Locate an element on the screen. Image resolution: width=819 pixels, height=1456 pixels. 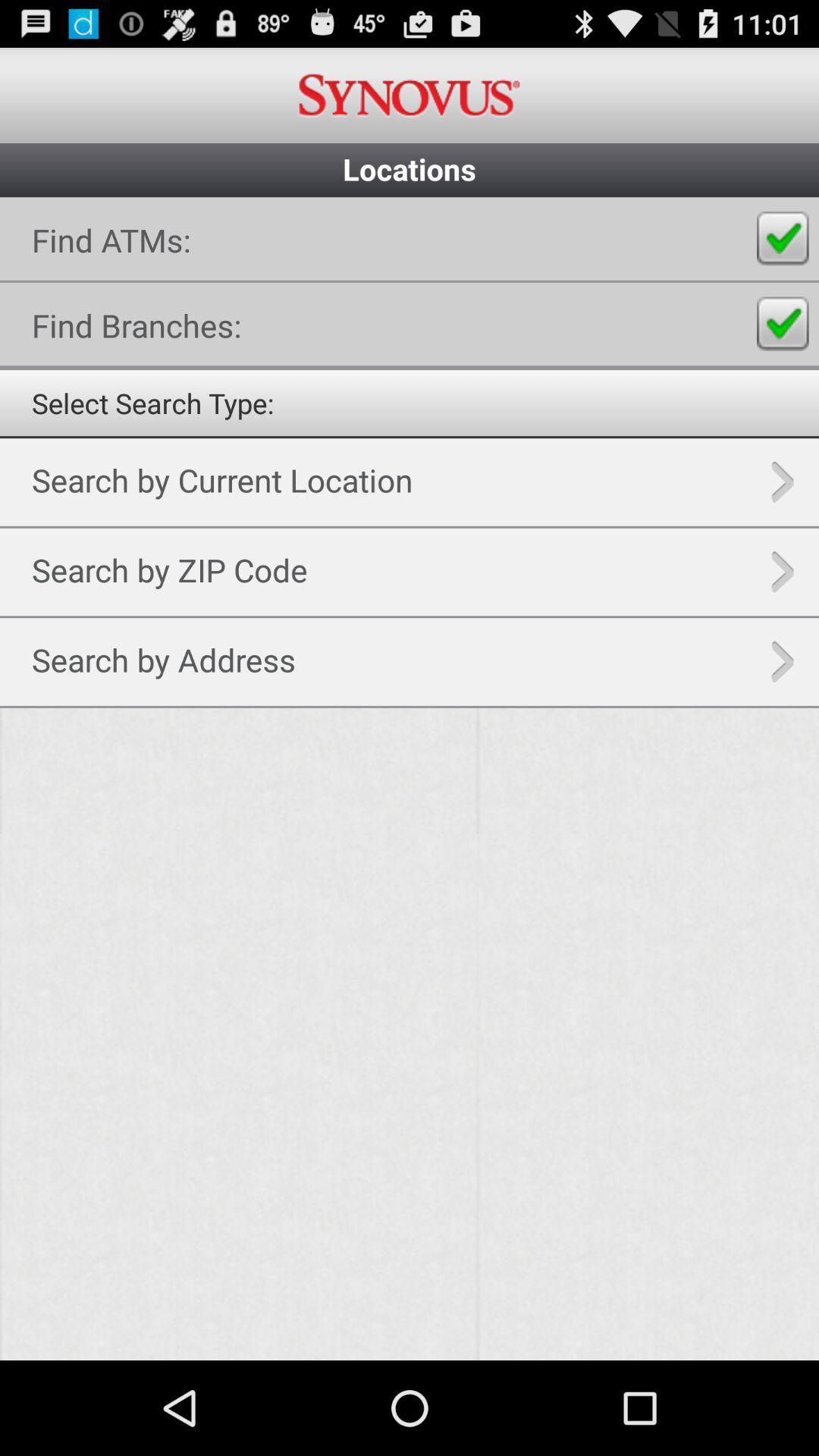
the icon next to the find branches: app is located at coordinates (783, 323).